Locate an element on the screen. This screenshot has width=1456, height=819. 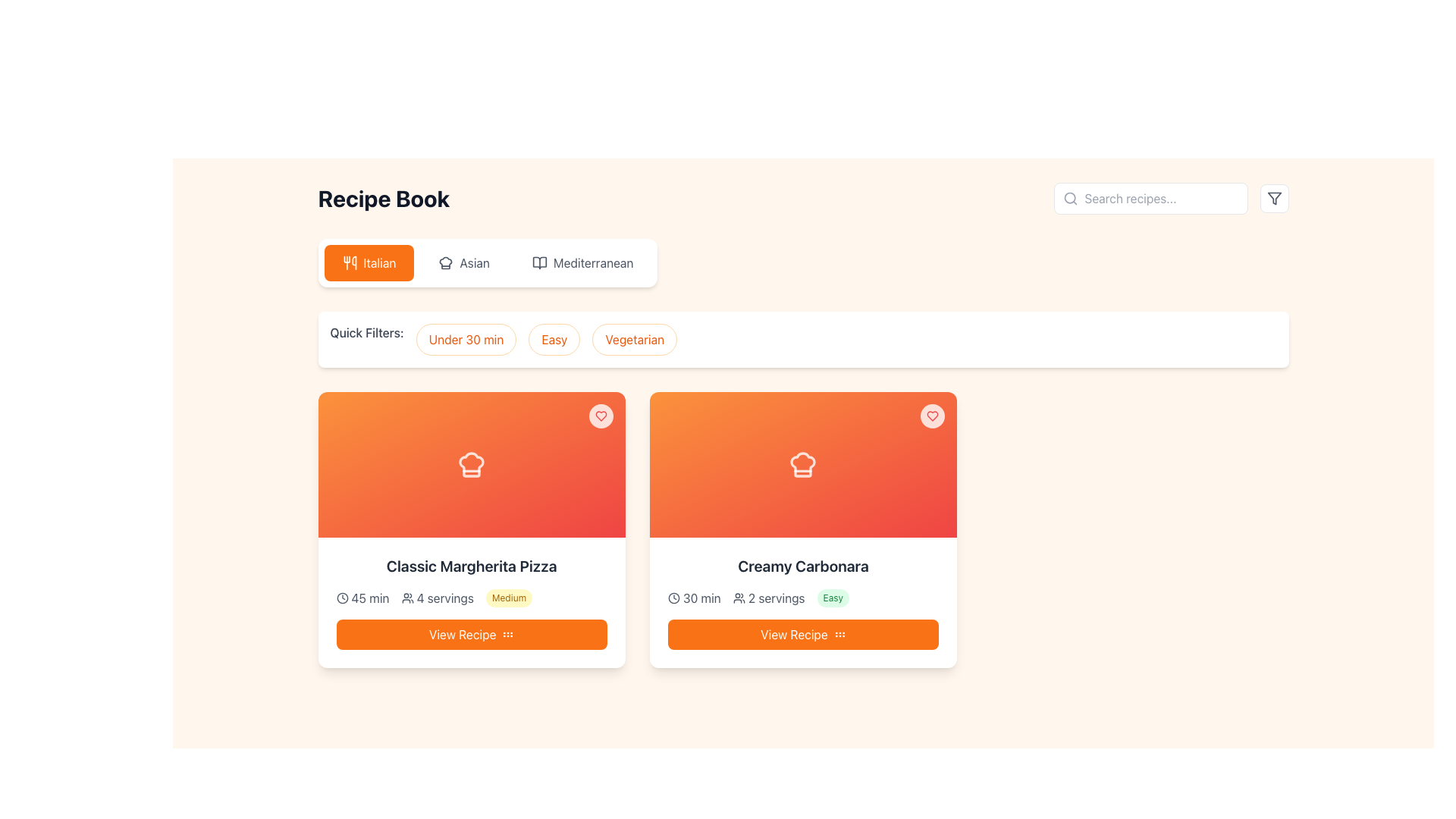
keyboard navigation is located at coordinates (554, 338).